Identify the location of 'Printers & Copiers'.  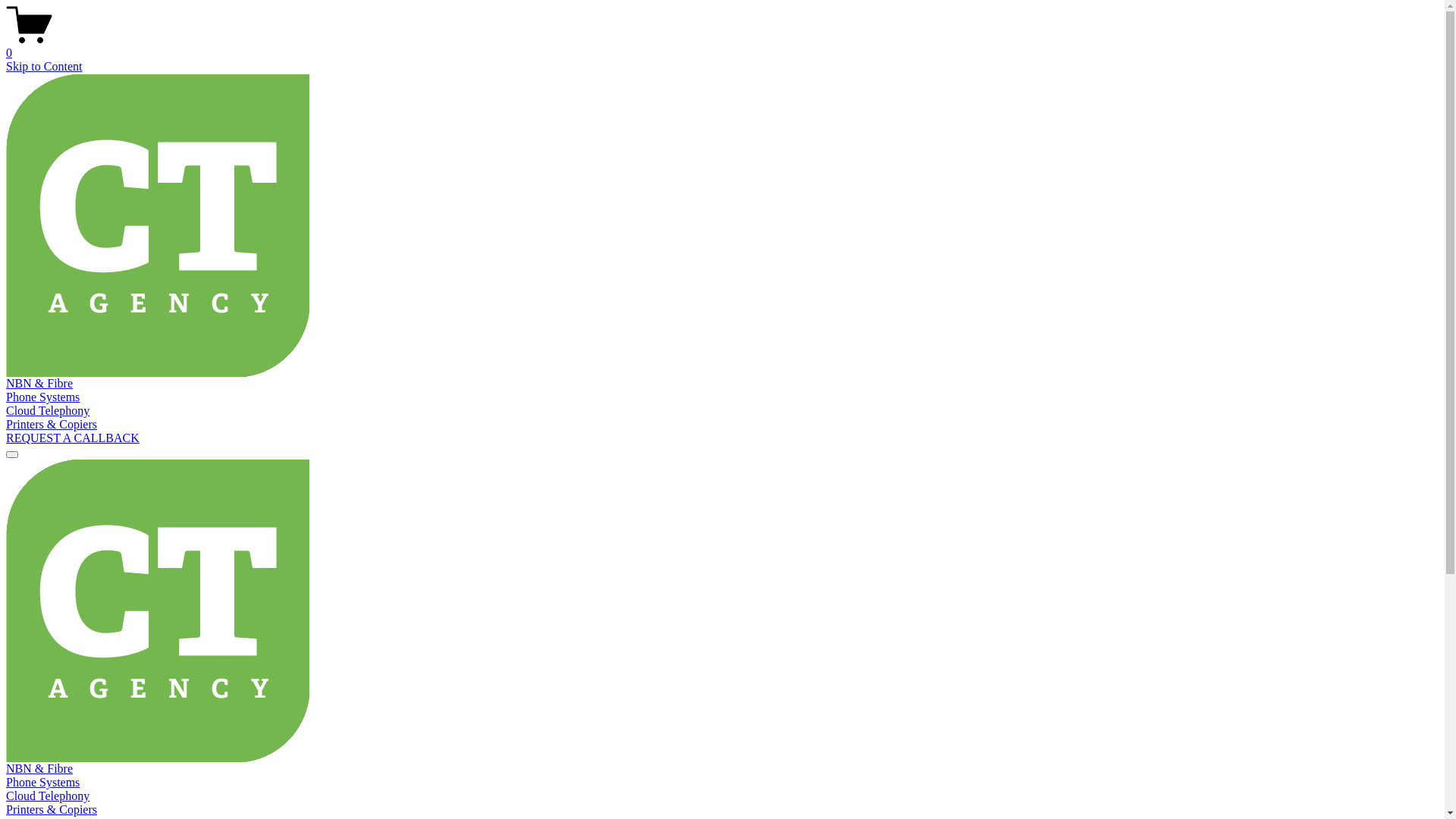
(51, 424).